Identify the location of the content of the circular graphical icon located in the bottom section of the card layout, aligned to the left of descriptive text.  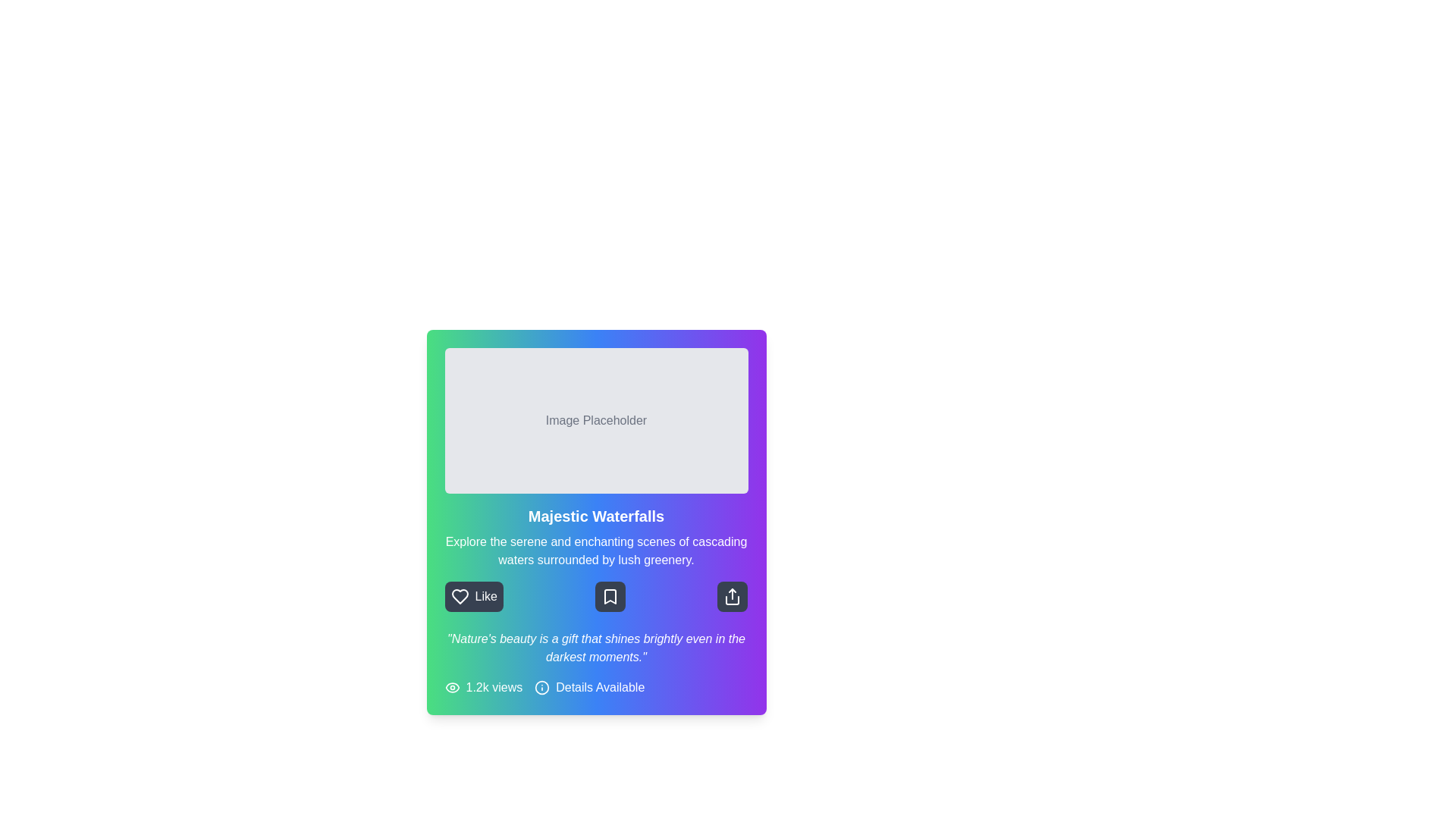
(542, 687).